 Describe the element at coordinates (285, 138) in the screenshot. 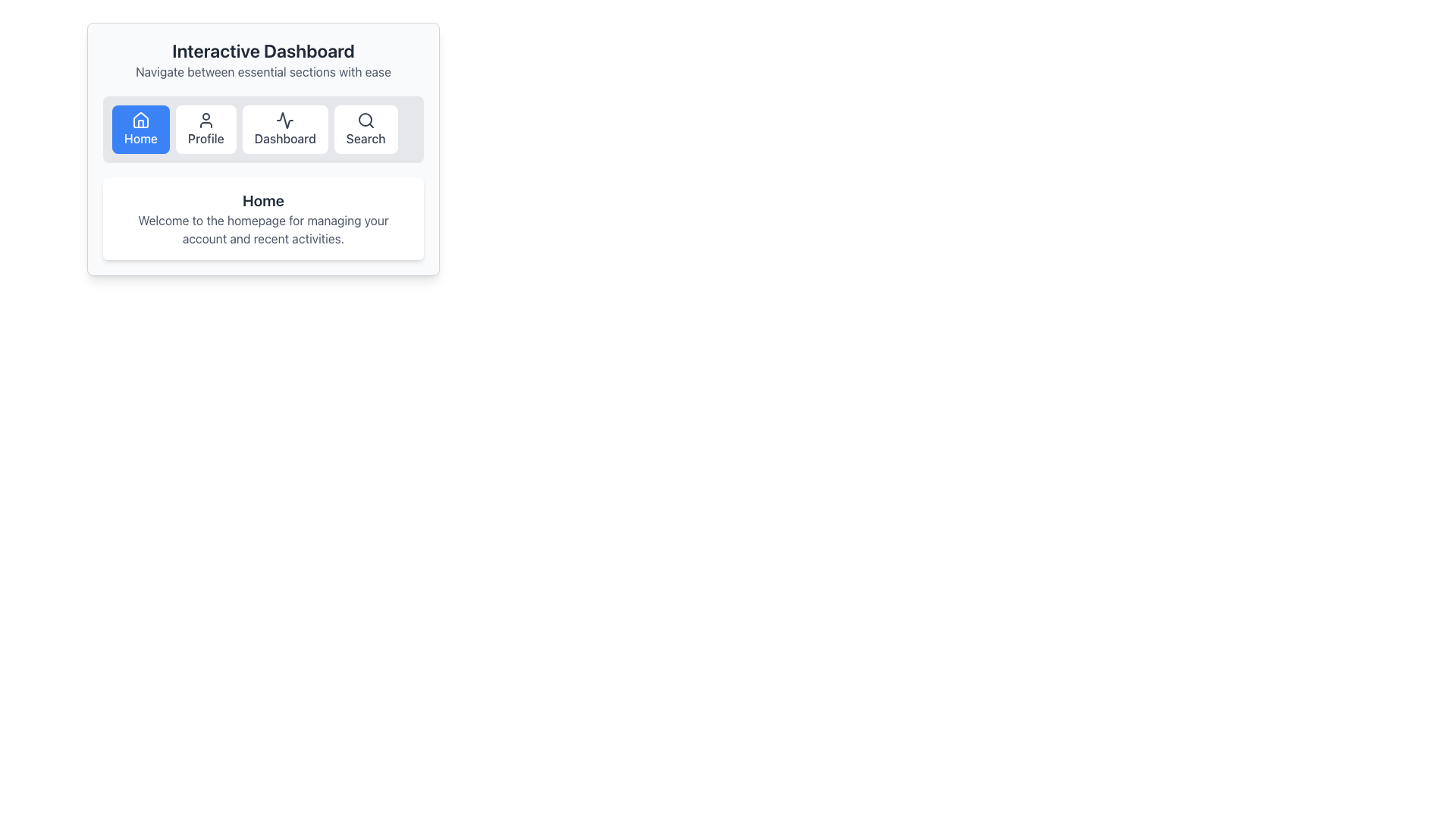

I see `the Text label for the Dashboard navigation option` at that location.